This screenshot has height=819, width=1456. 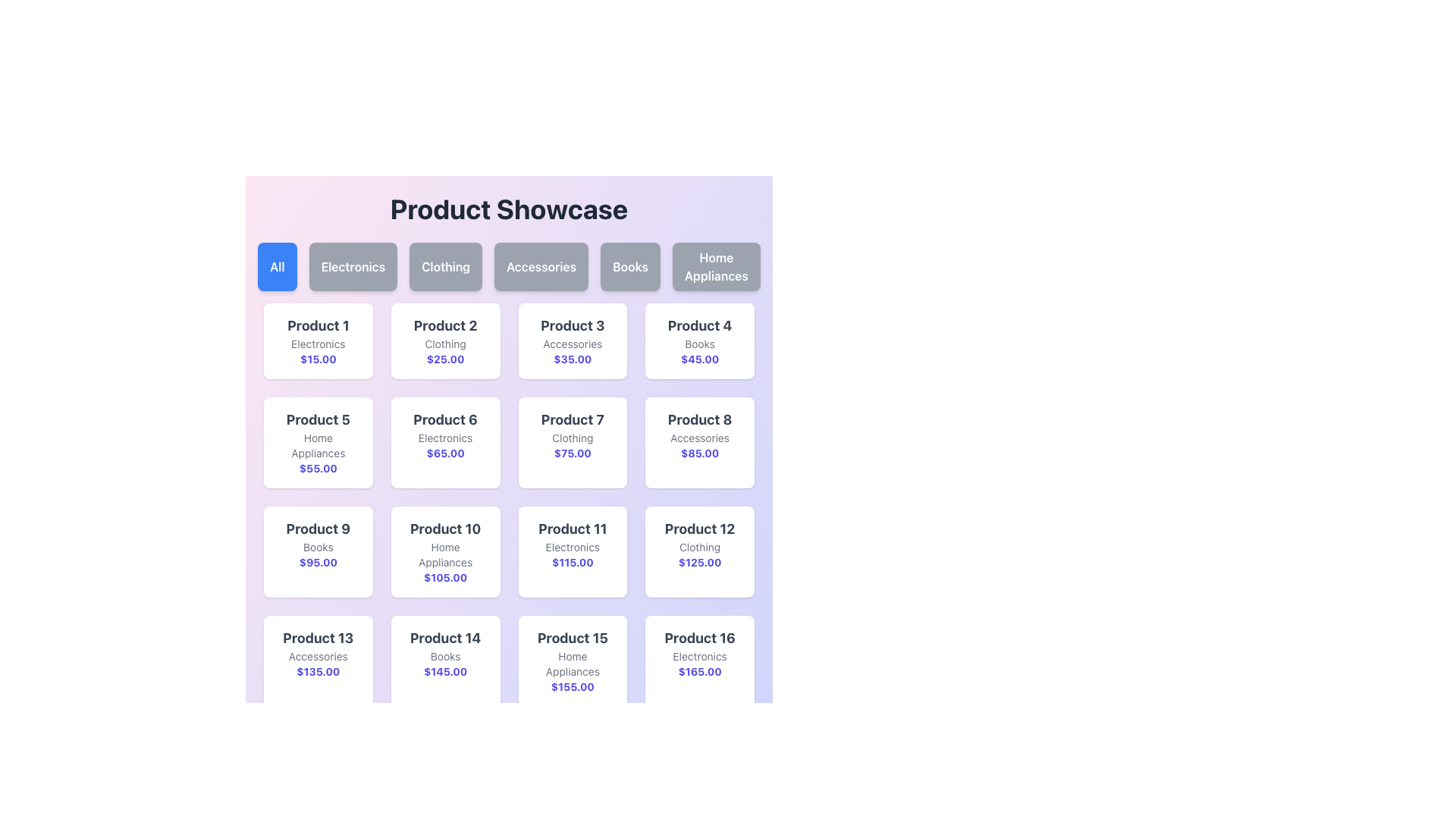 What do you see at coordinates (572, 529) in the screenshot?
I see `text of the product identifier located in the second row and third column, specifically the text 'Product 11' above the 'Electronics' and '$115.00' labels` at bounding box center [572, 529].